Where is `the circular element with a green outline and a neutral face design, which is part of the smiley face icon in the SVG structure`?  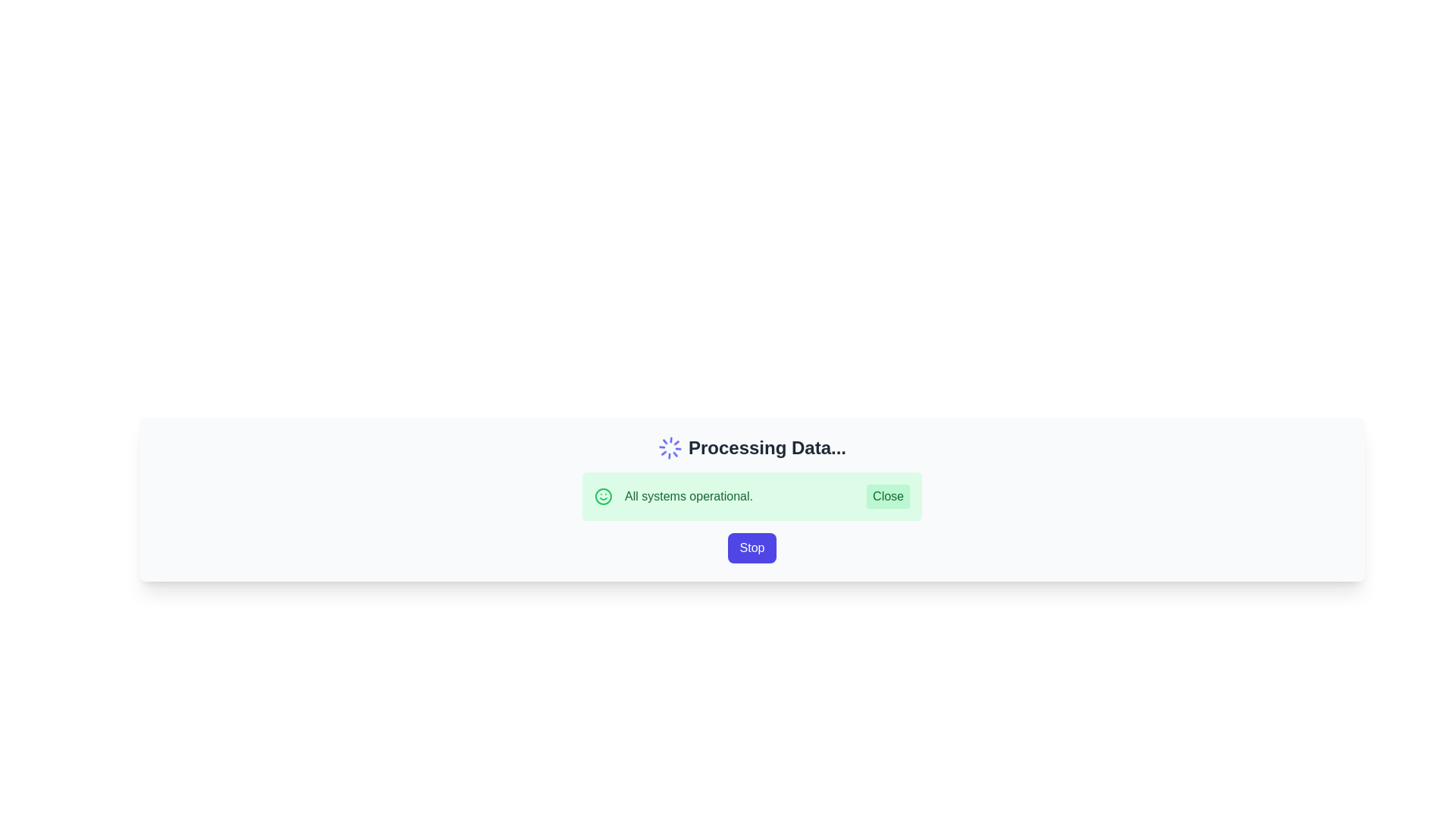 the circular element with a green outline and a neutral face design, which is part of the smiley face icon in the SVG structure is located at coordinates (603, 497).